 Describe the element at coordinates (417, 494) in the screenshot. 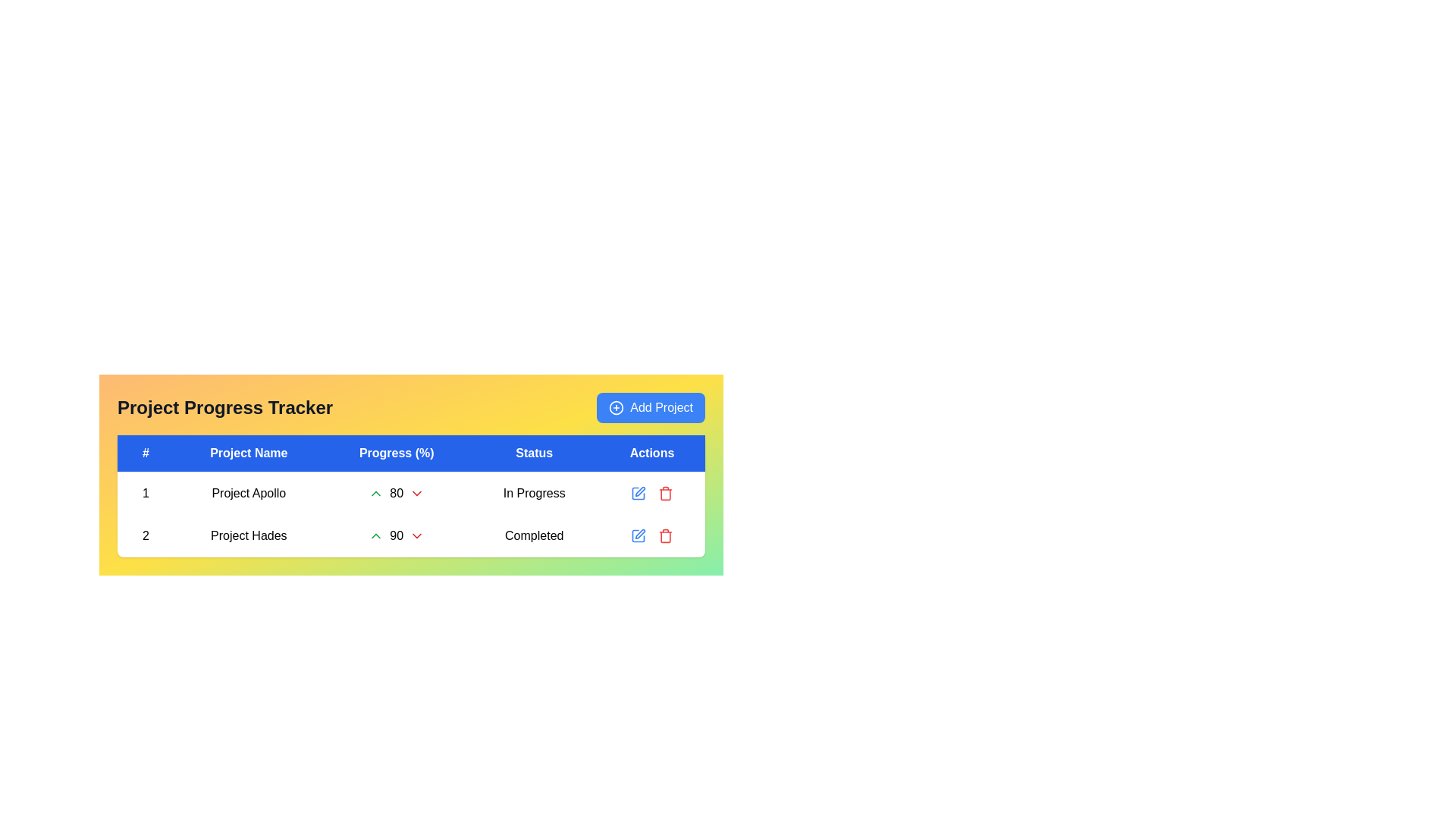

I see `the red chevron-down SVG icon next to the numeric value '80' in the 'Progress (%)' column for 'Project Apollo' to interact with progress` at that location.